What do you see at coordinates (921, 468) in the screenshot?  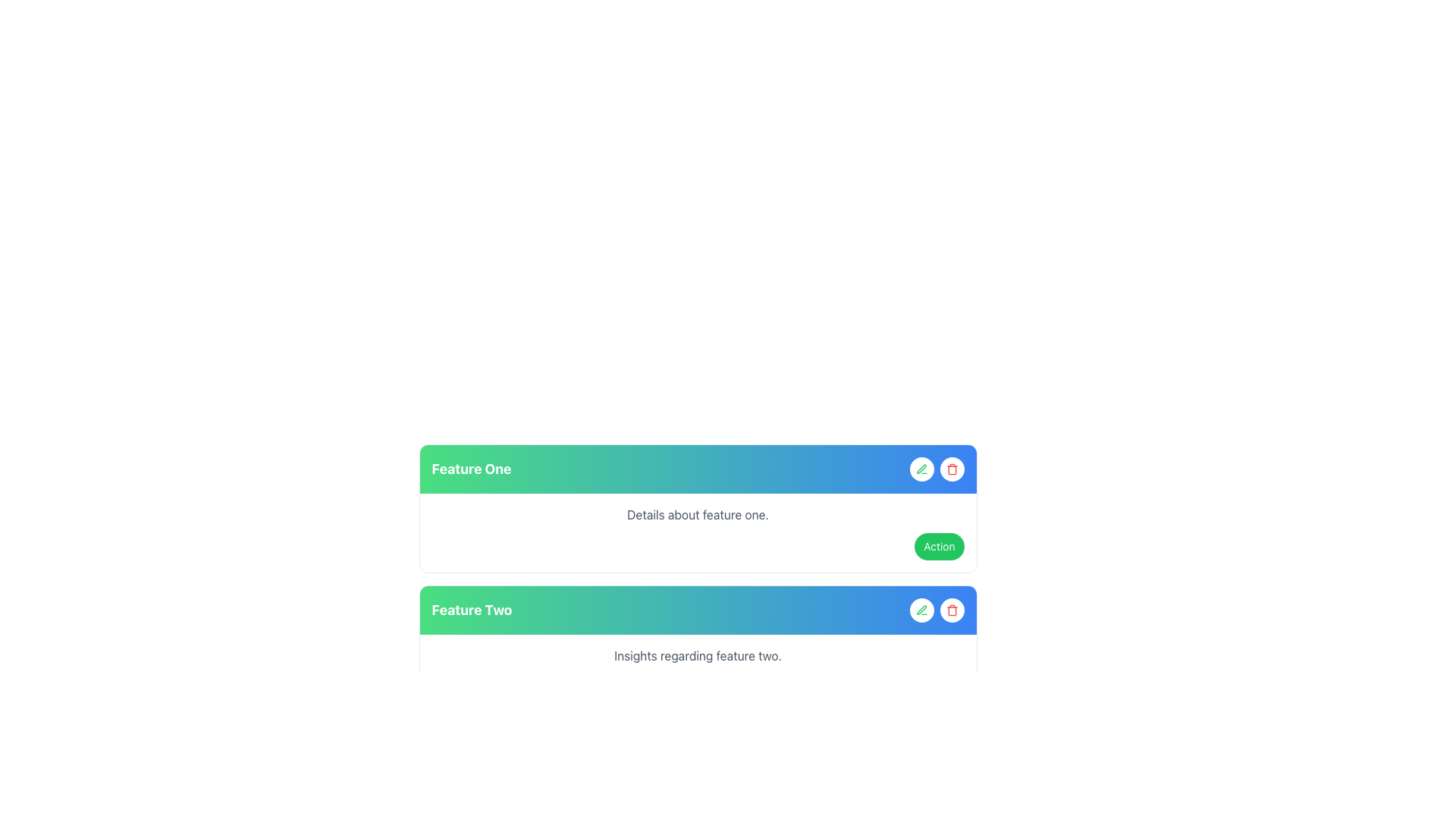 I see `the edit button located at the top-right corner of the second card labeled 'Feature Two'` at bounding box center [921, 468].